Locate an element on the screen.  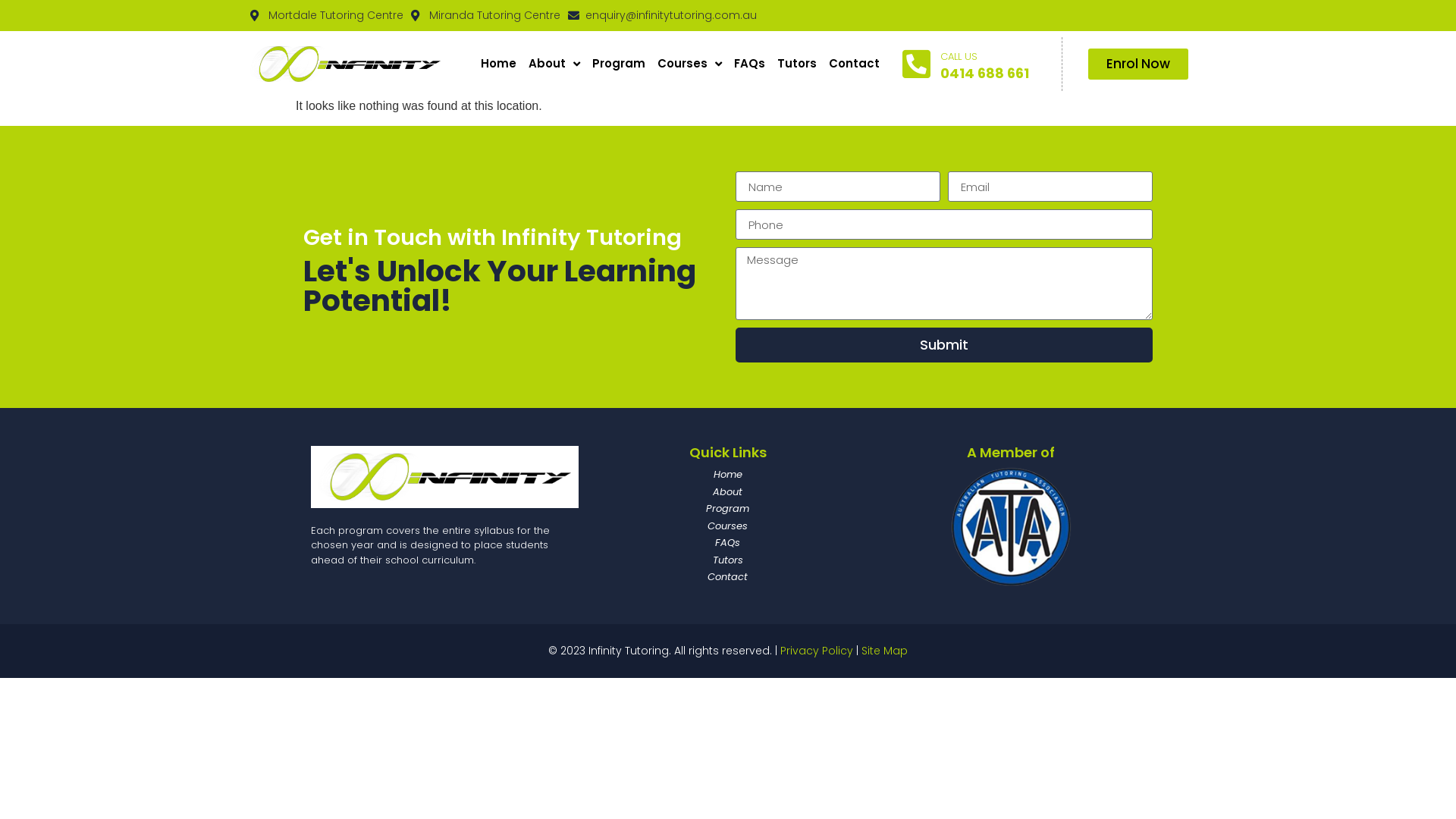
'Program' is located at coordinates (726, 509).